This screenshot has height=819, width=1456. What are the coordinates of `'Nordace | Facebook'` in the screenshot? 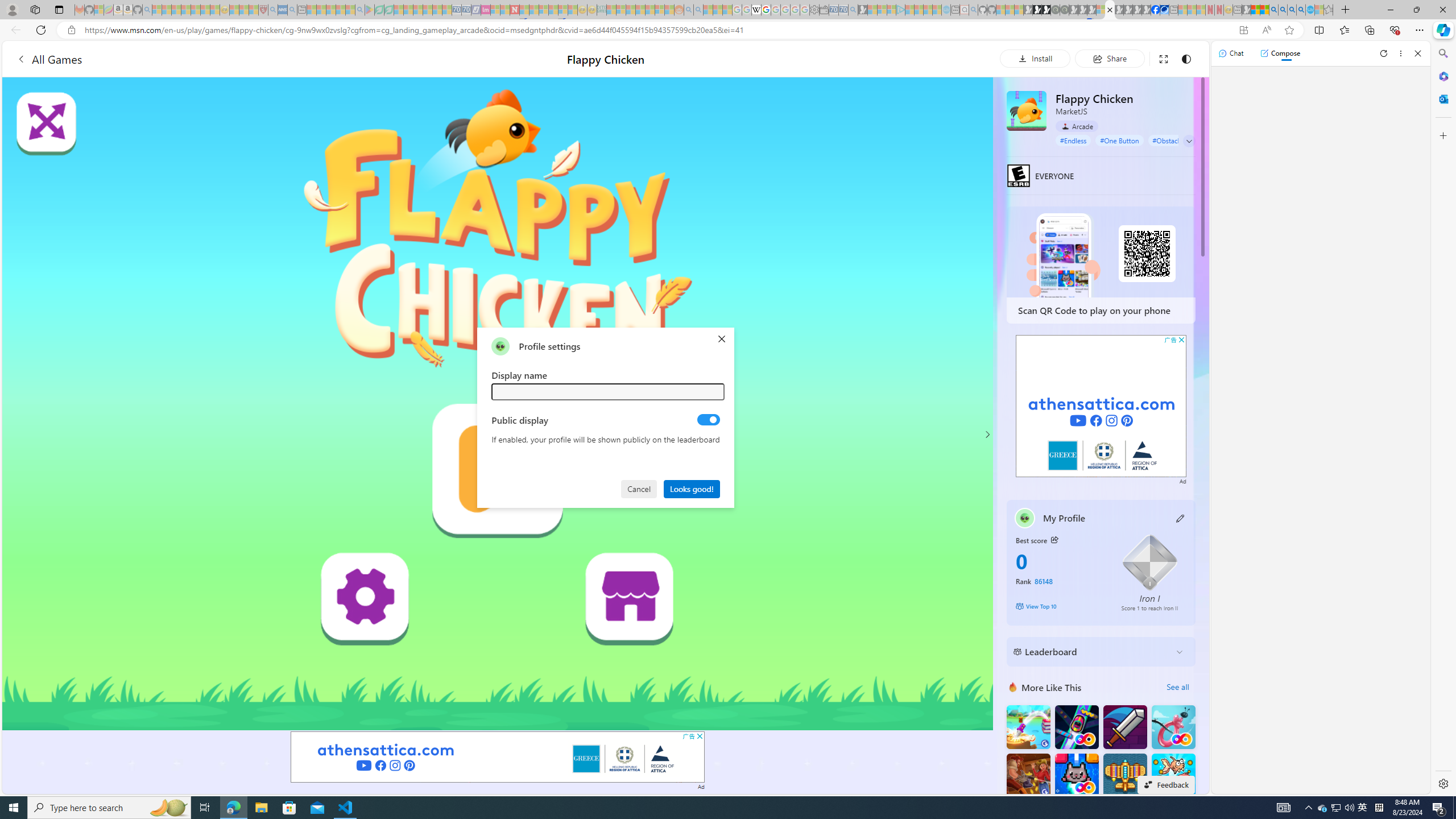 It's located at (1155, 9).